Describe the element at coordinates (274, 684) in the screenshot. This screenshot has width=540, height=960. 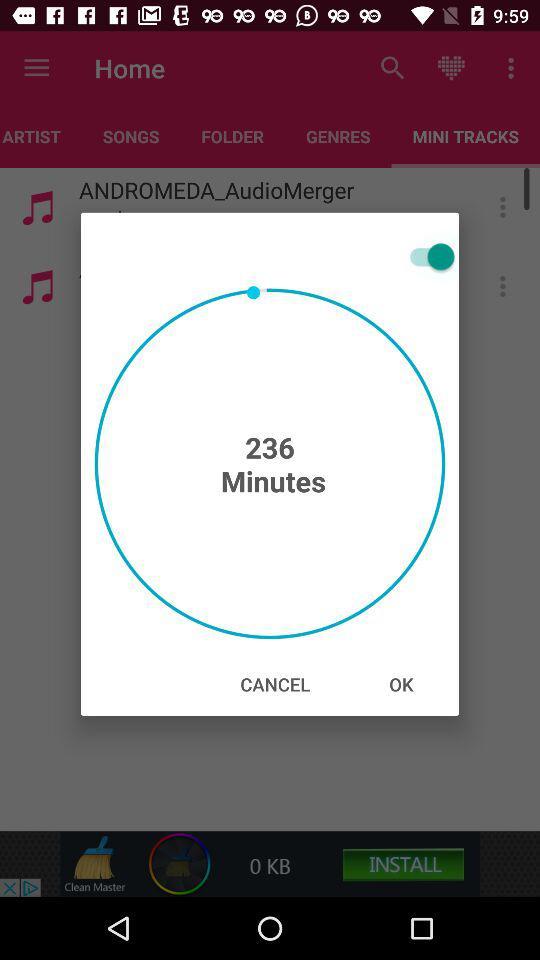
I see `icon next to the ok item` at that location.